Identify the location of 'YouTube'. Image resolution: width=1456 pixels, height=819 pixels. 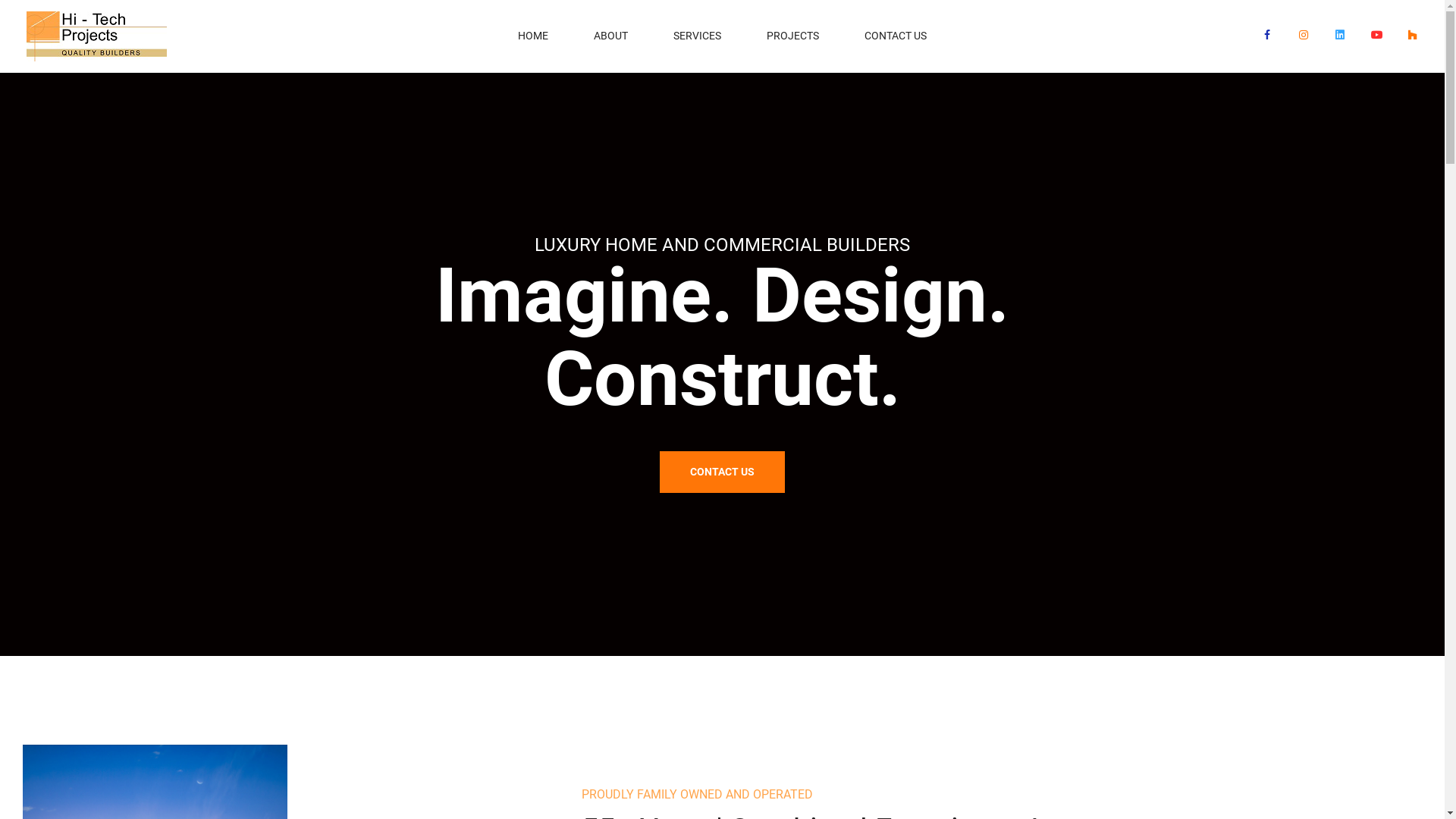
(1376, 34).